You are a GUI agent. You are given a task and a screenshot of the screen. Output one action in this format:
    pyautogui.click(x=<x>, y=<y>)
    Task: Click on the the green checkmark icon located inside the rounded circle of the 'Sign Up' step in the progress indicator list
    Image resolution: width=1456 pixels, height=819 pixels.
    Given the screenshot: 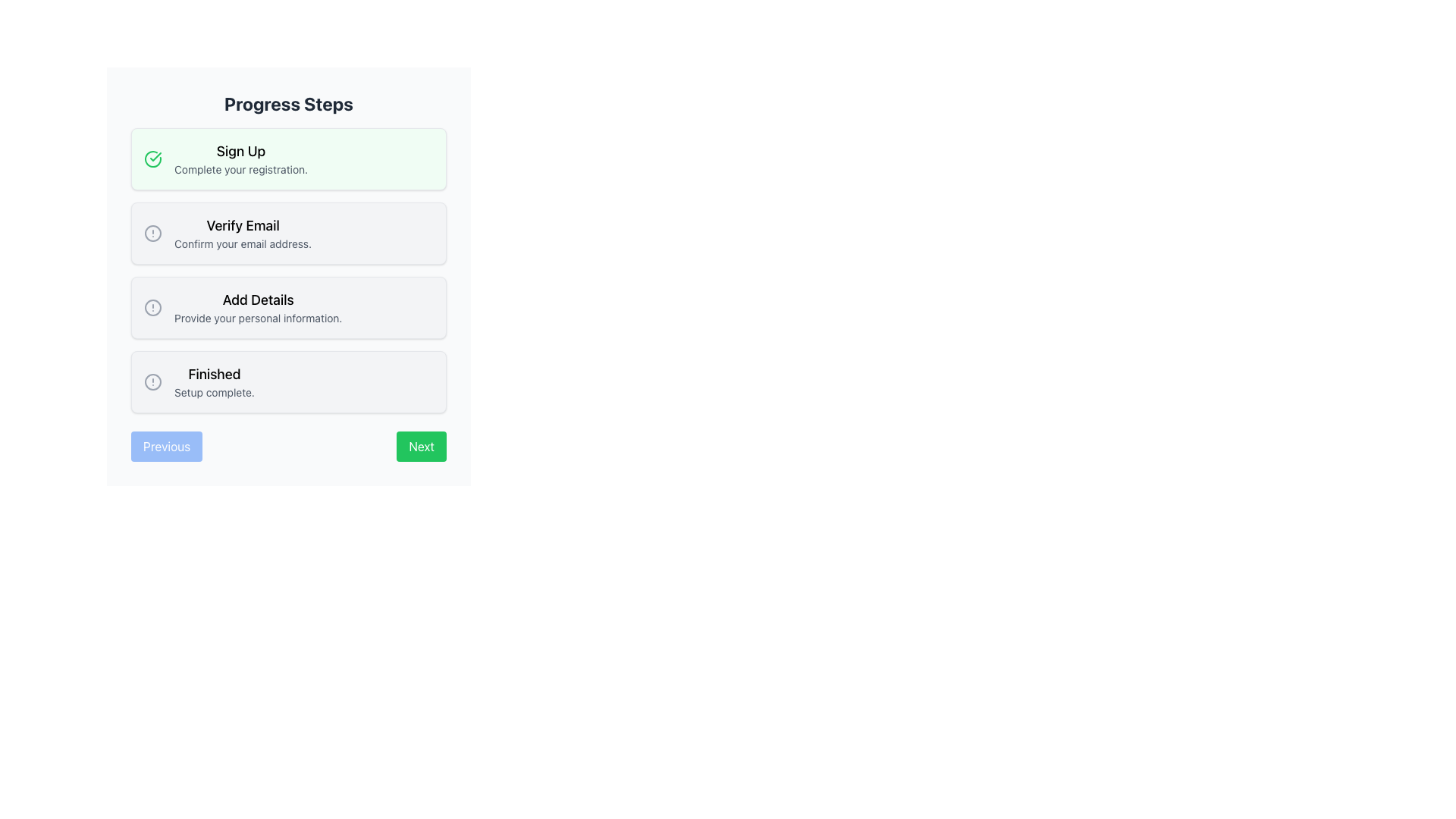 What is the action you would take?
    pyautogui.click(x=155, y=157)
    